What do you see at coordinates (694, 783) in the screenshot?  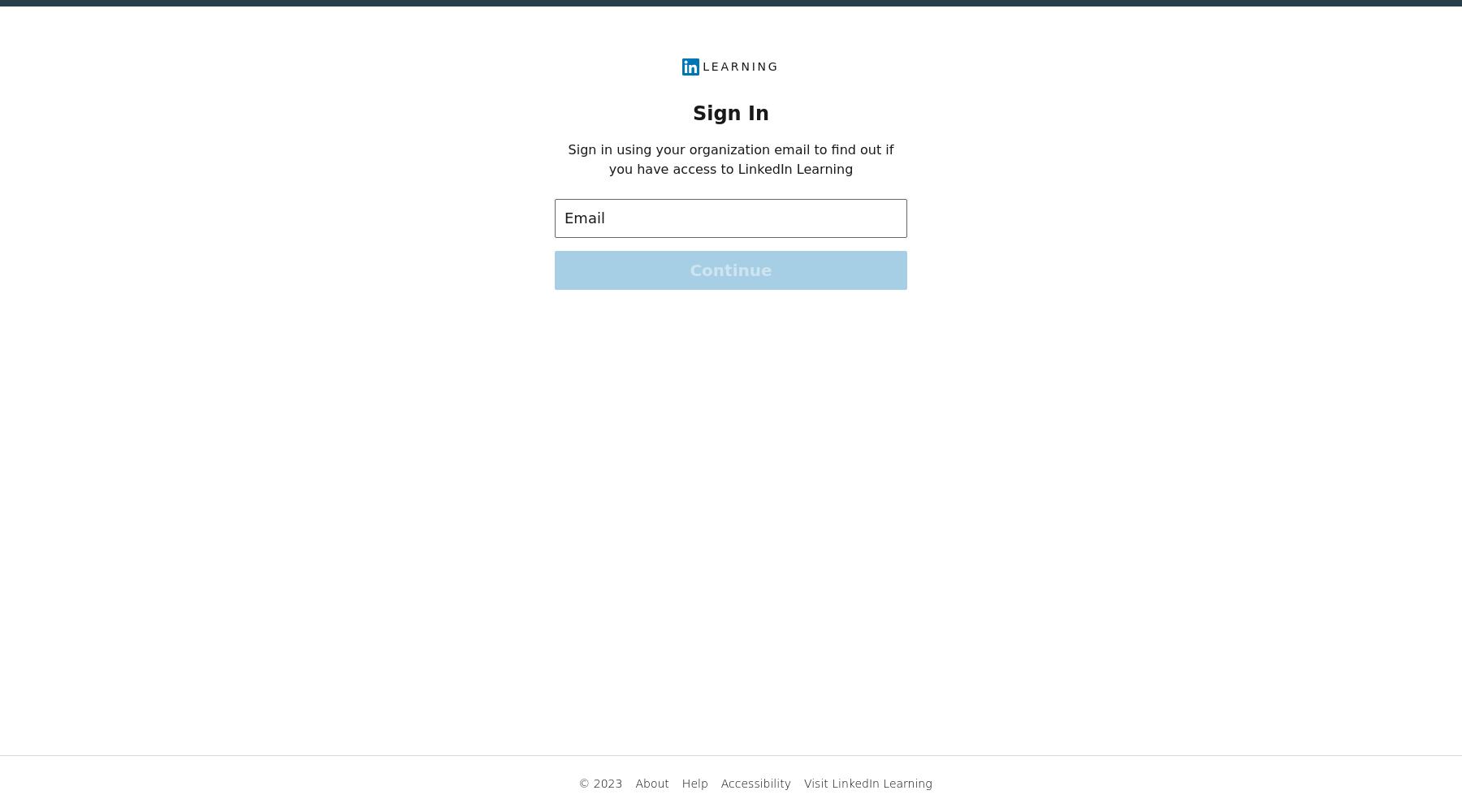 I see `'Help'` at bounding box center [694, 783].